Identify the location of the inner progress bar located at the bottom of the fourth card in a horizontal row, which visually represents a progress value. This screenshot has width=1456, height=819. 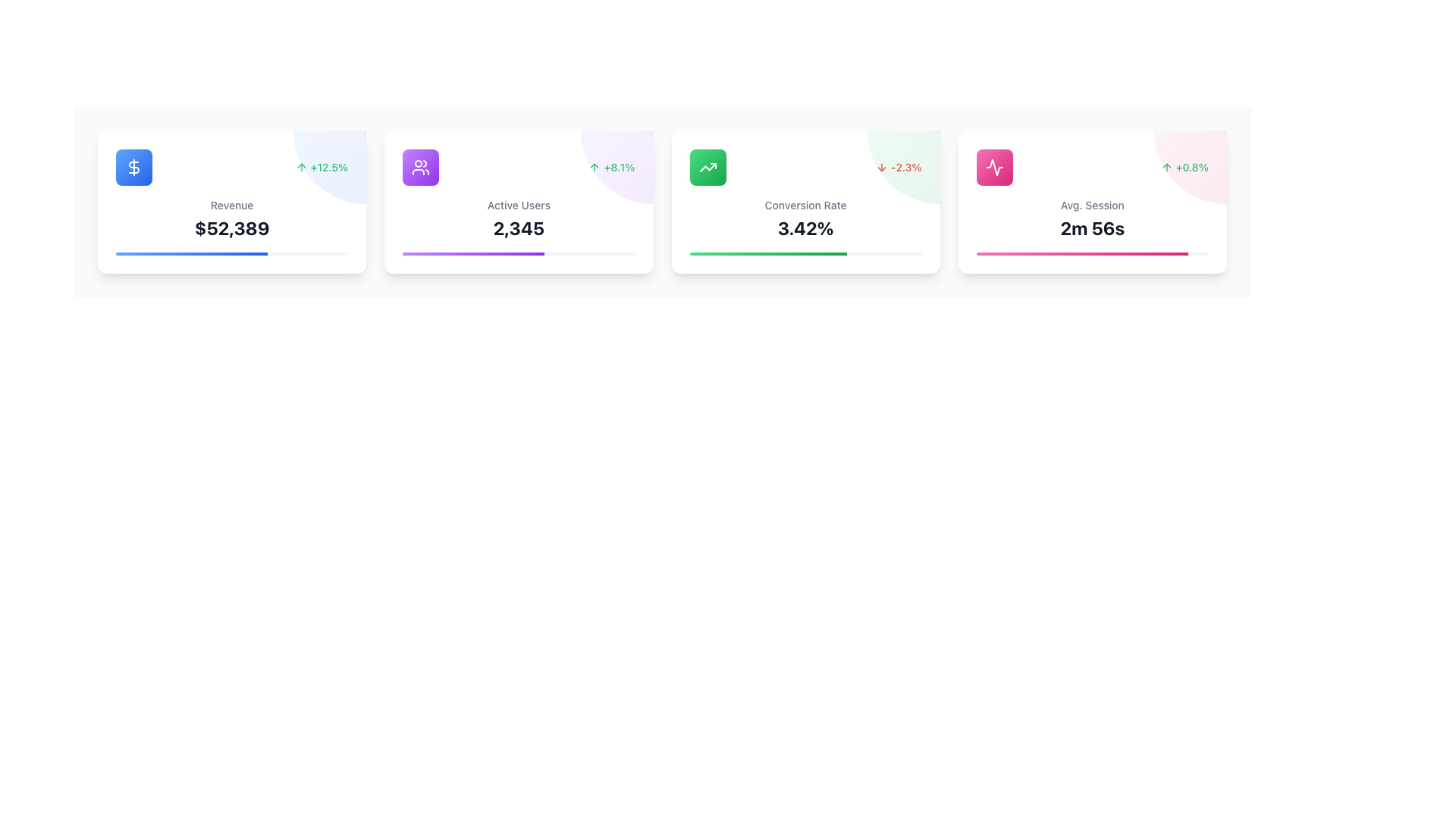
(1081, 253).